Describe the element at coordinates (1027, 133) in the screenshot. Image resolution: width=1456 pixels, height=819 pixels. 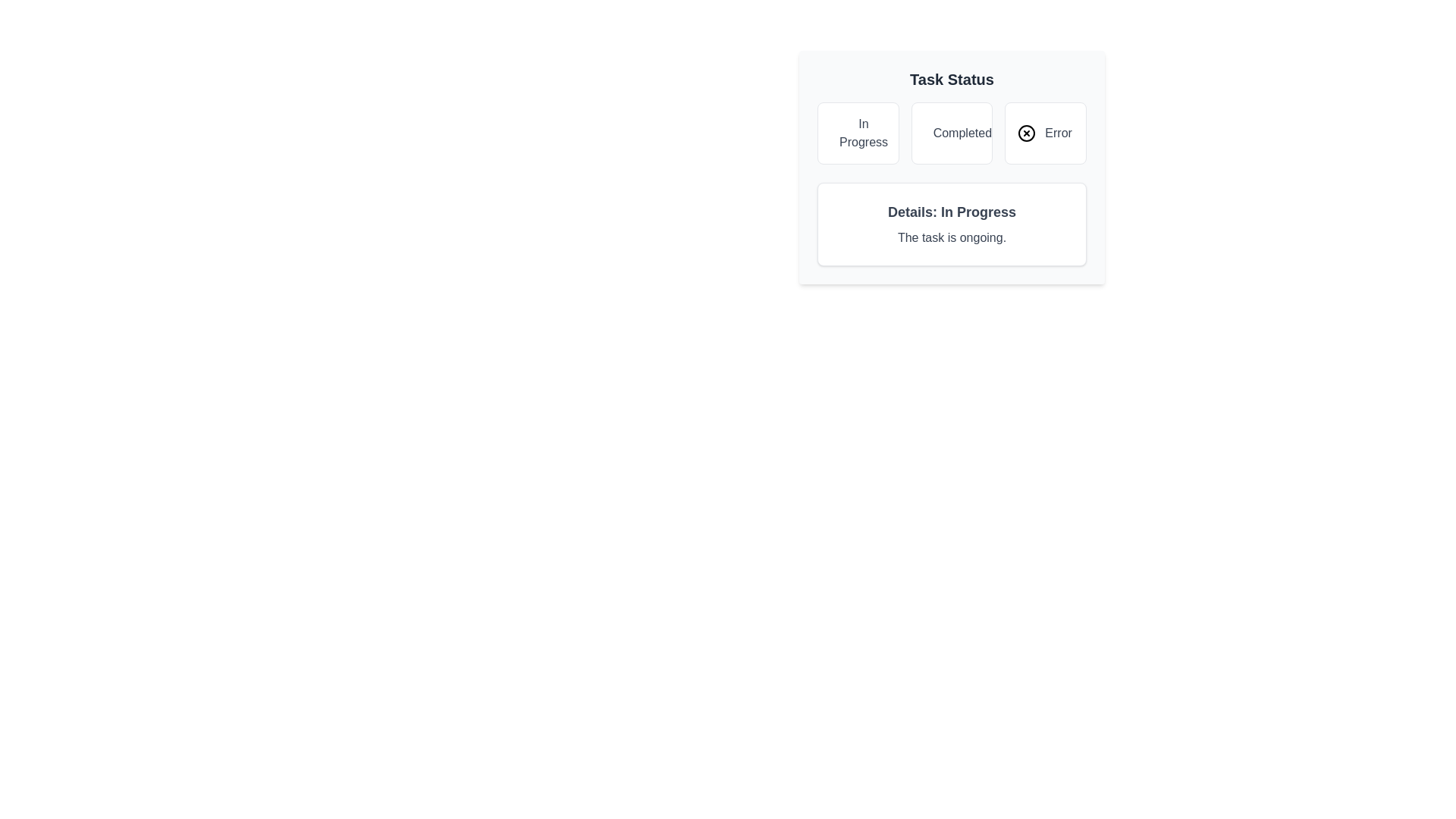
I see `the error status indicator icon located in the top-right quadrant of the interface` at that location.